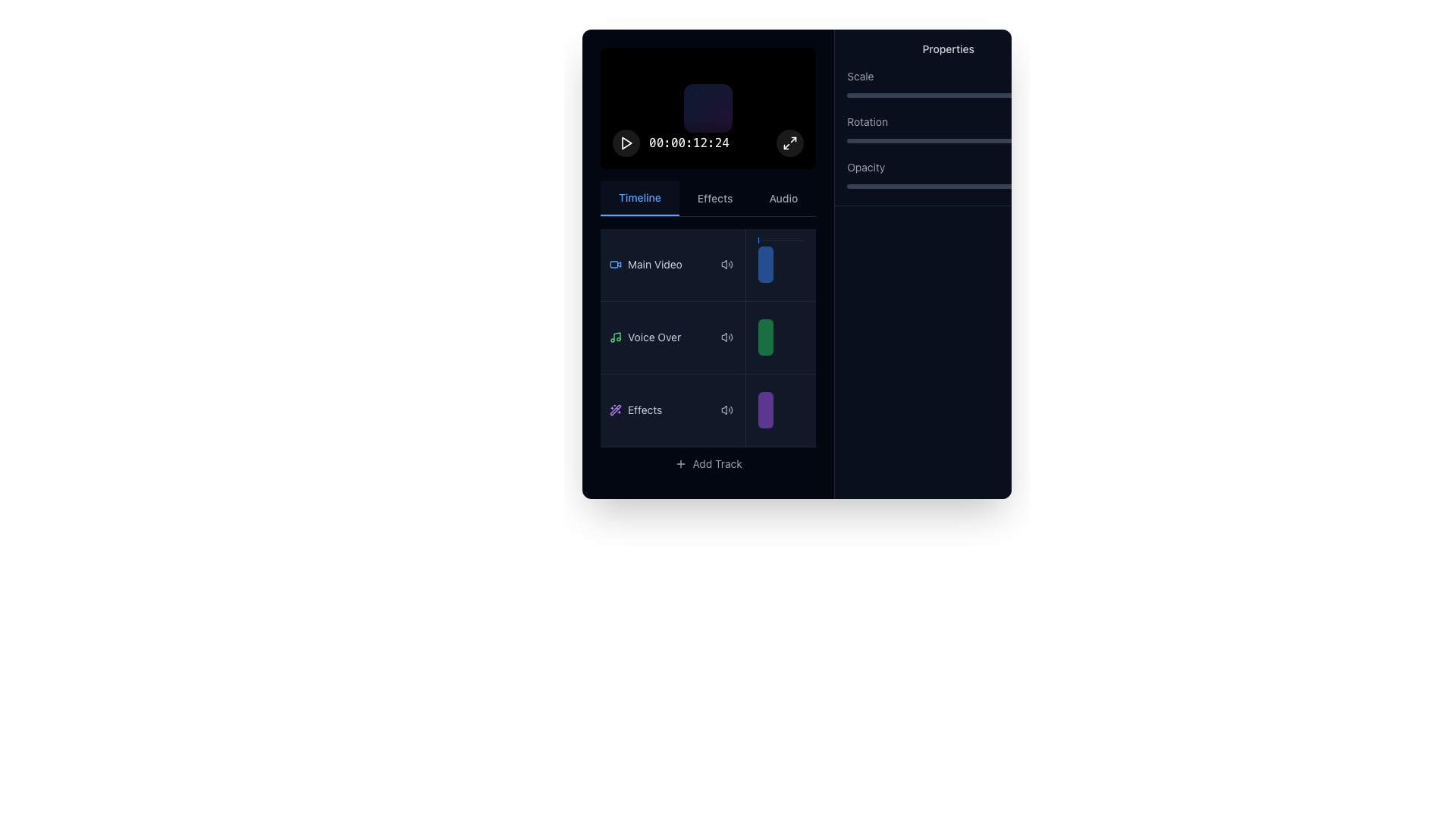 The width and height of the screenshot is (1456, 819). Describe the element at coordinates (615, 263) in the screenshot. I see `the 'Main Video' track icon located to the left of the 'Main Video' text label in the timeline section` at that location.